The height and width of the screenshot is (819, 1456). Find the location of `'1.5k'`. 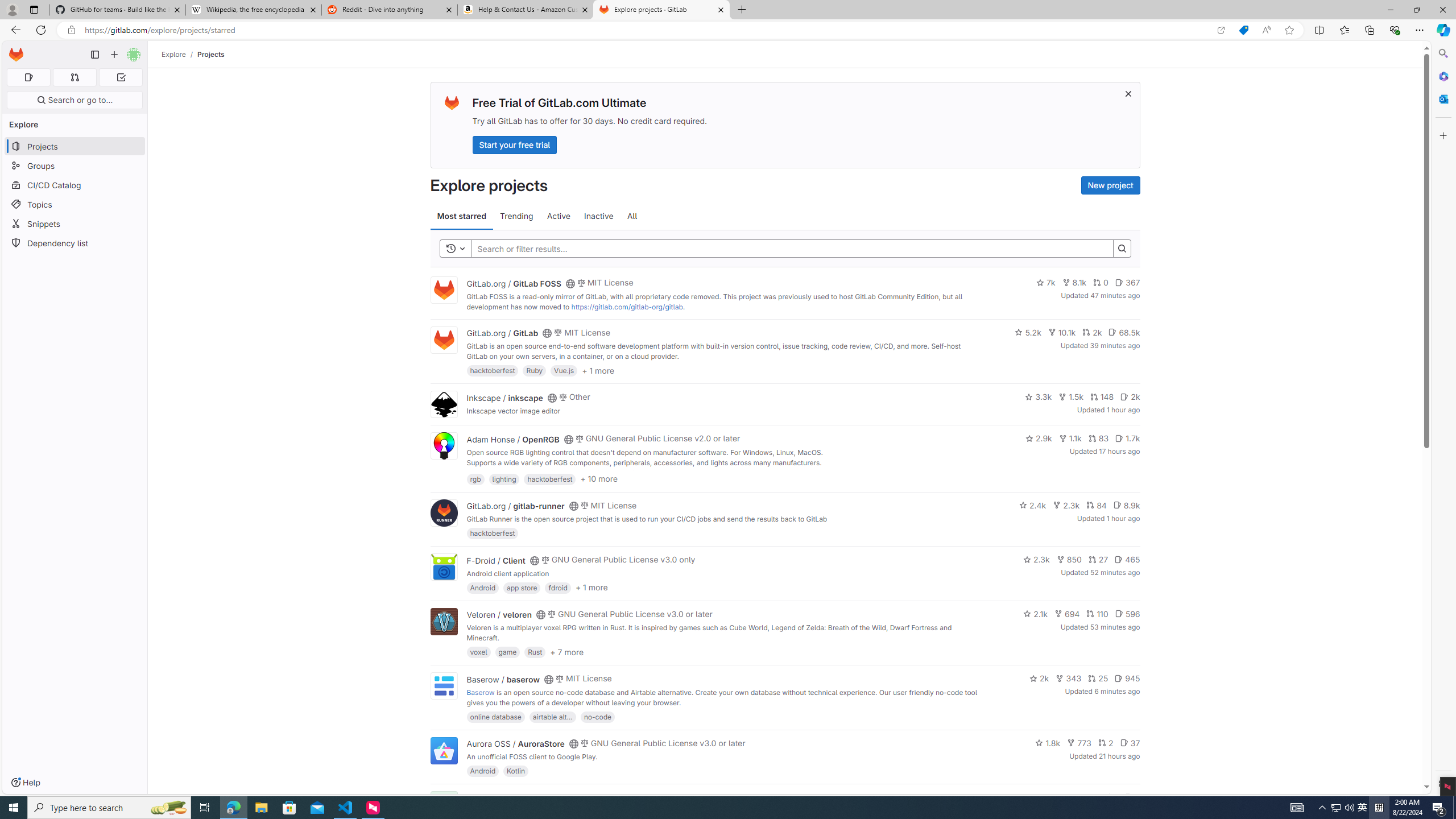

'1.5k' is located at coordinates (1070, 396).